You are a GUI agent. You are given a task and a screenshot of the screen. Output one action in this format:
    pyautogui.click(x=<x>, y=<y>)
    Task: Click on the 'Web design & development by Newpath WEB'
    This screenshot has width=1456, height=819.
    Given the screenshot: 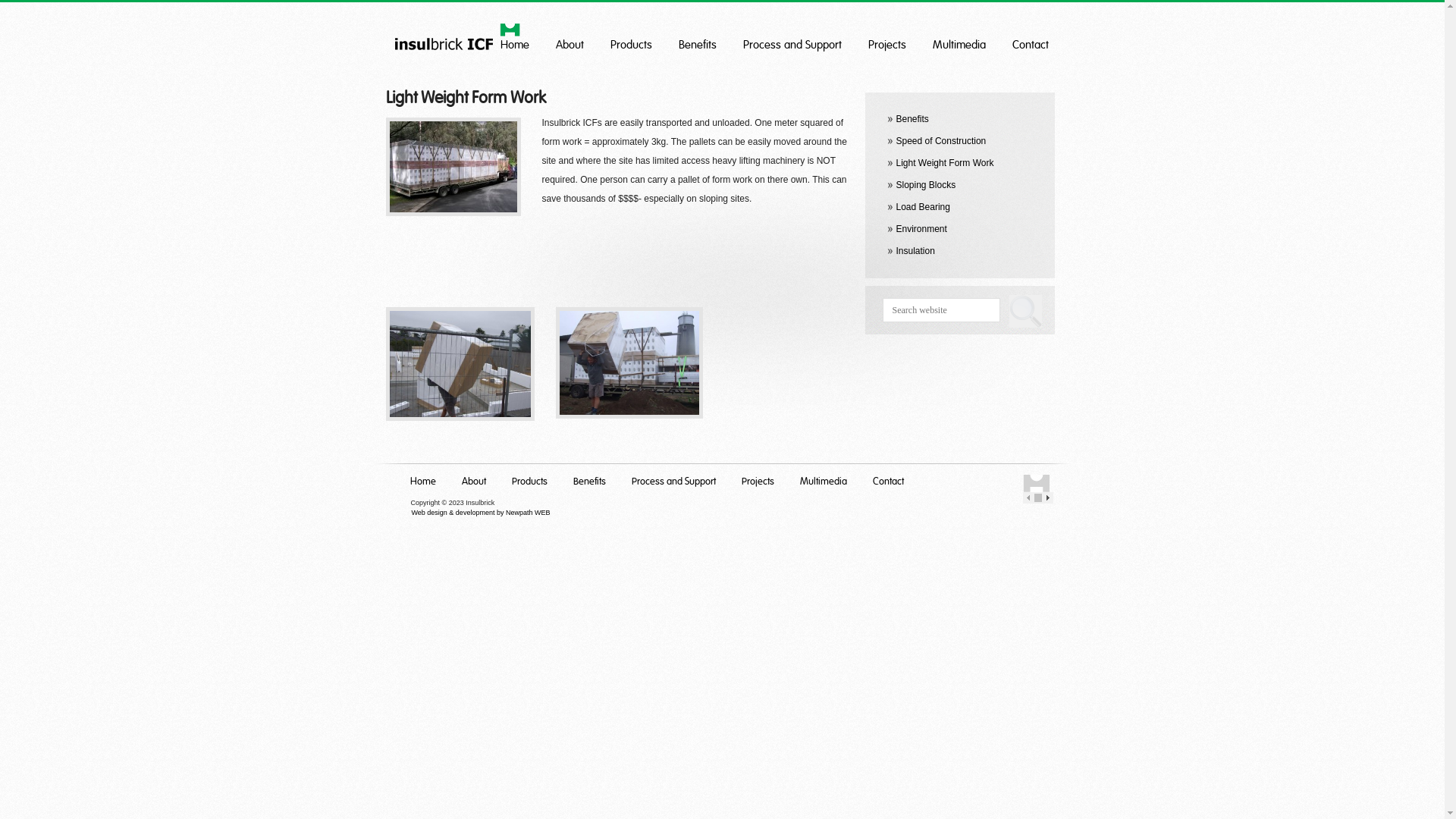 What is the action you would take?
    pyautogui.click(x=479, y=512)
    